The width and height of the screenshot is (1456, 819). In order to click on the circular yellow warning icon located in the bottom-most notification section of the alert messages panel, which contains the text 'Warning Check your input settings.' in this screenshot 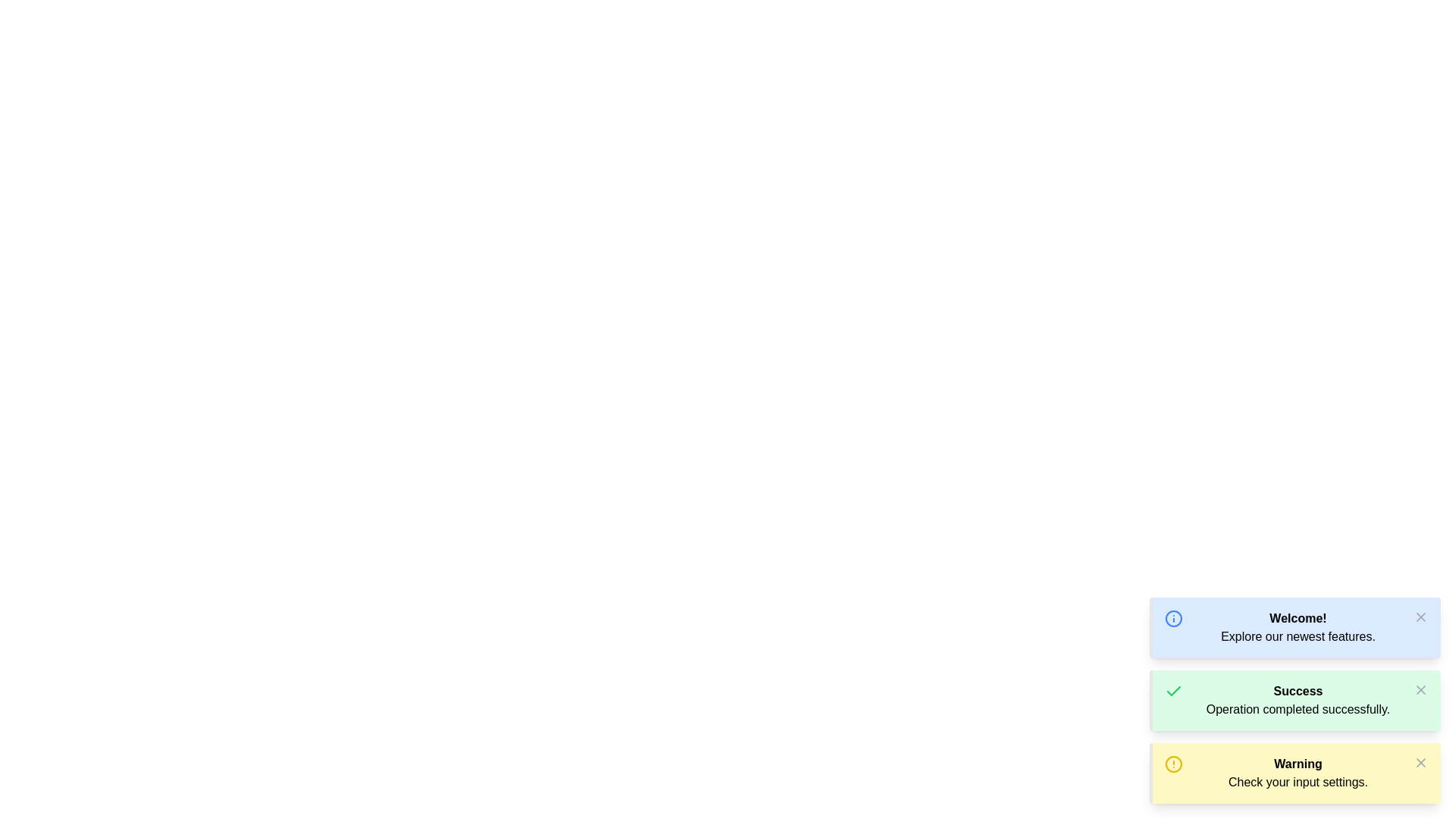, I will do `click(1173, 764)`.